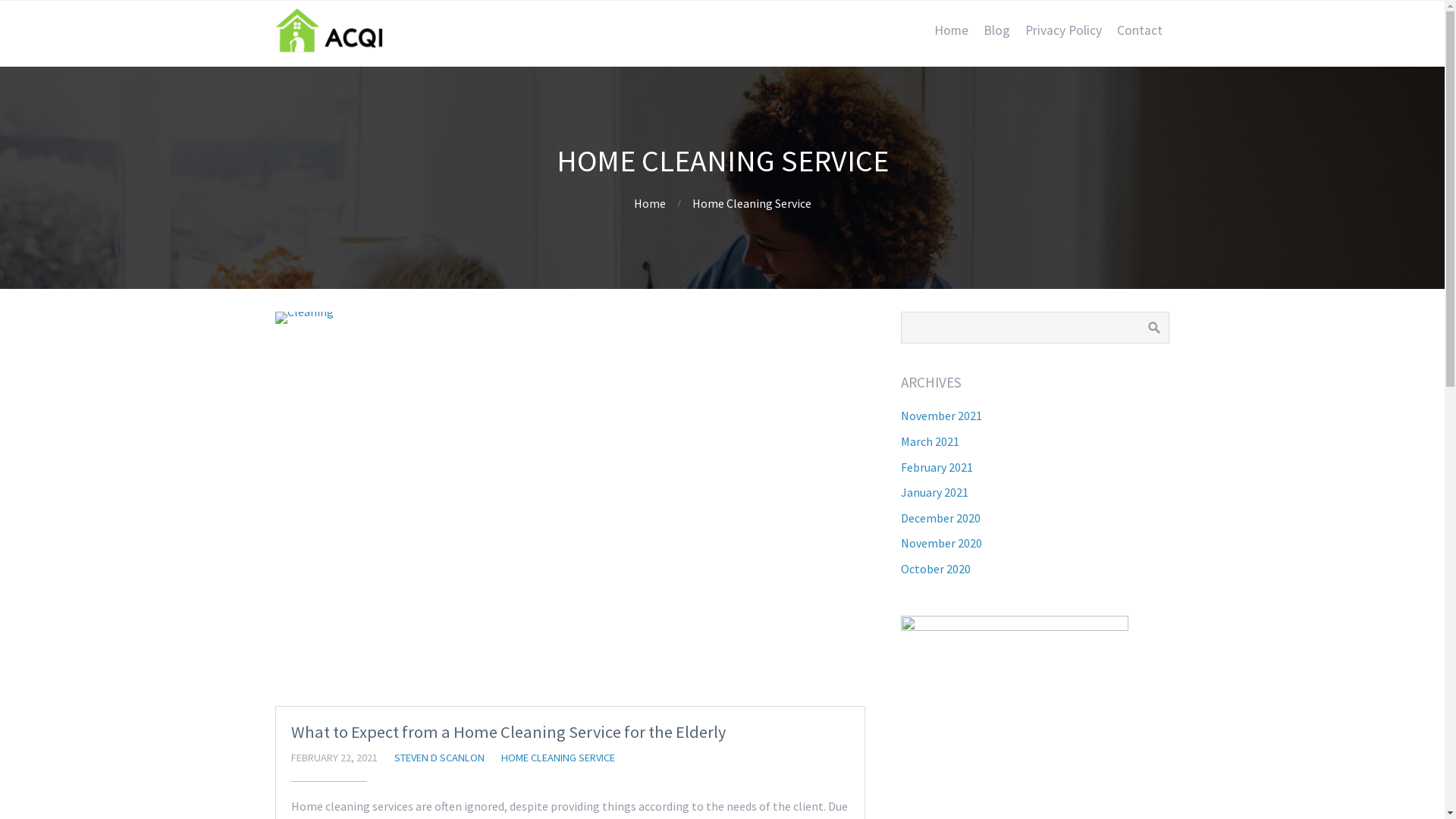  I want to click on 'HOME CLEANING SERVICE', so click(556, 758).